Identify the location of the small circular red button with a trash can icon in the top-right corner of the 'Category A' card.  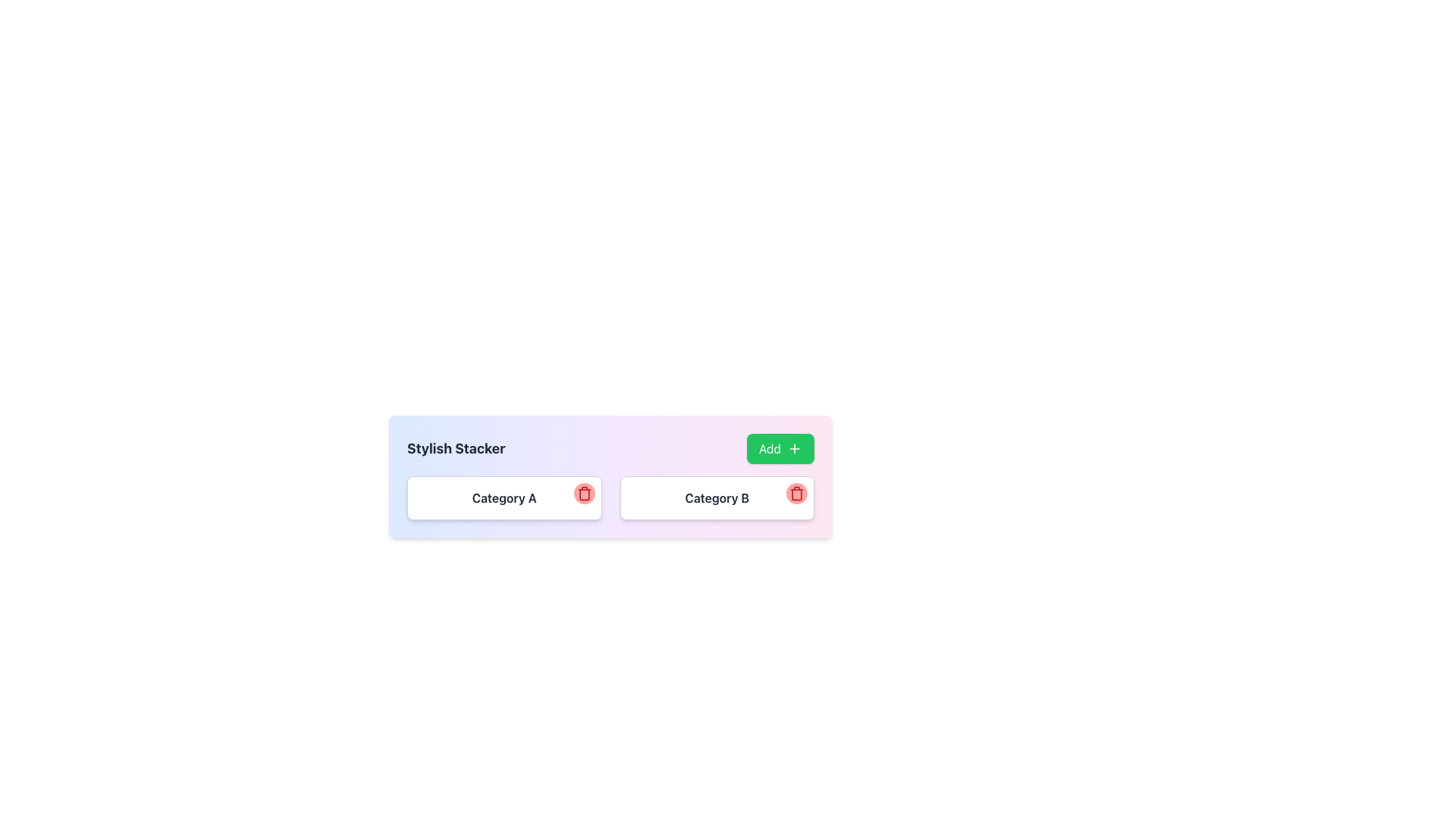
(583, 494).